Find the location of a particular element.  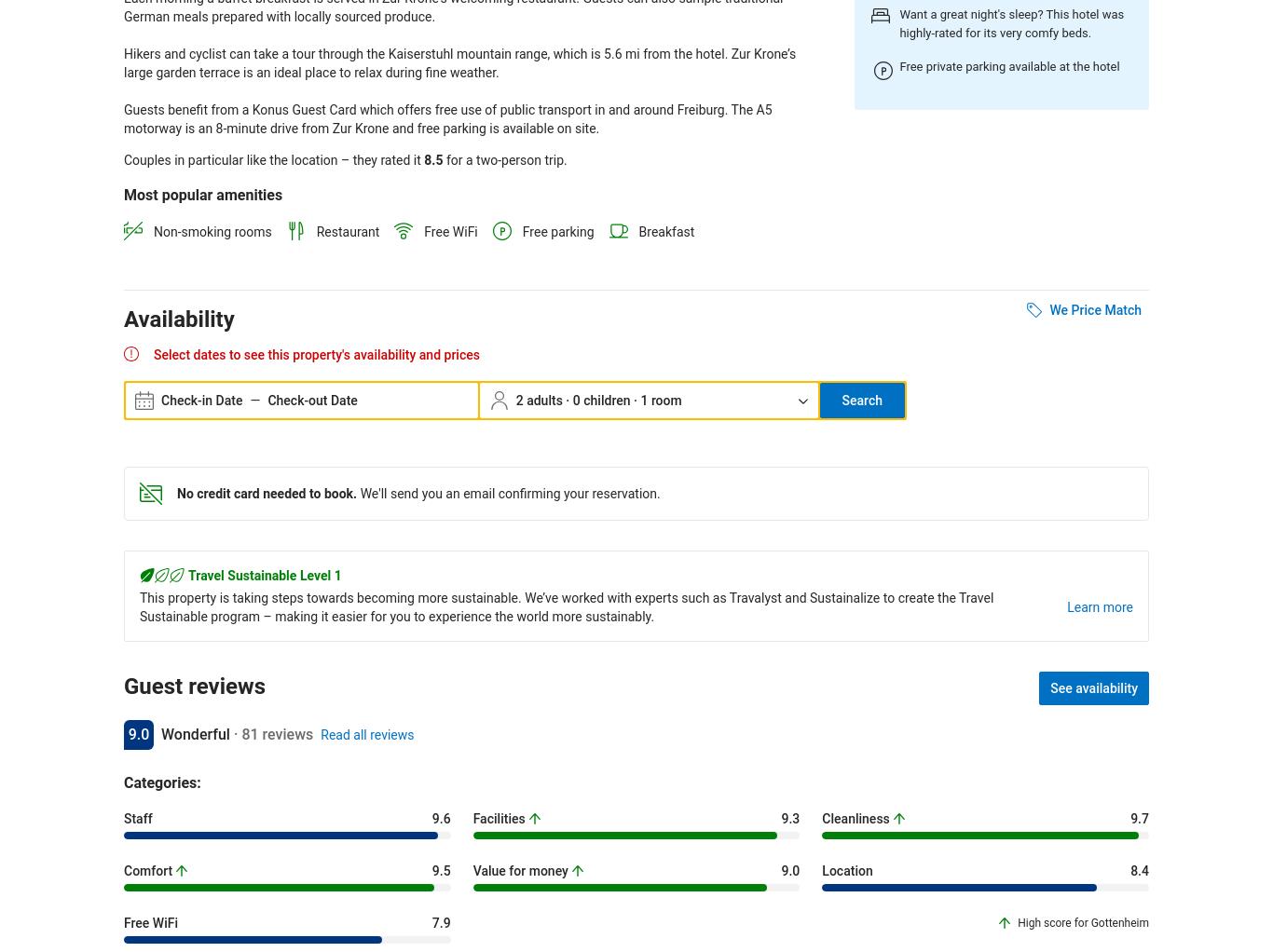

'8.4' is located at coordinates (1139, 870).